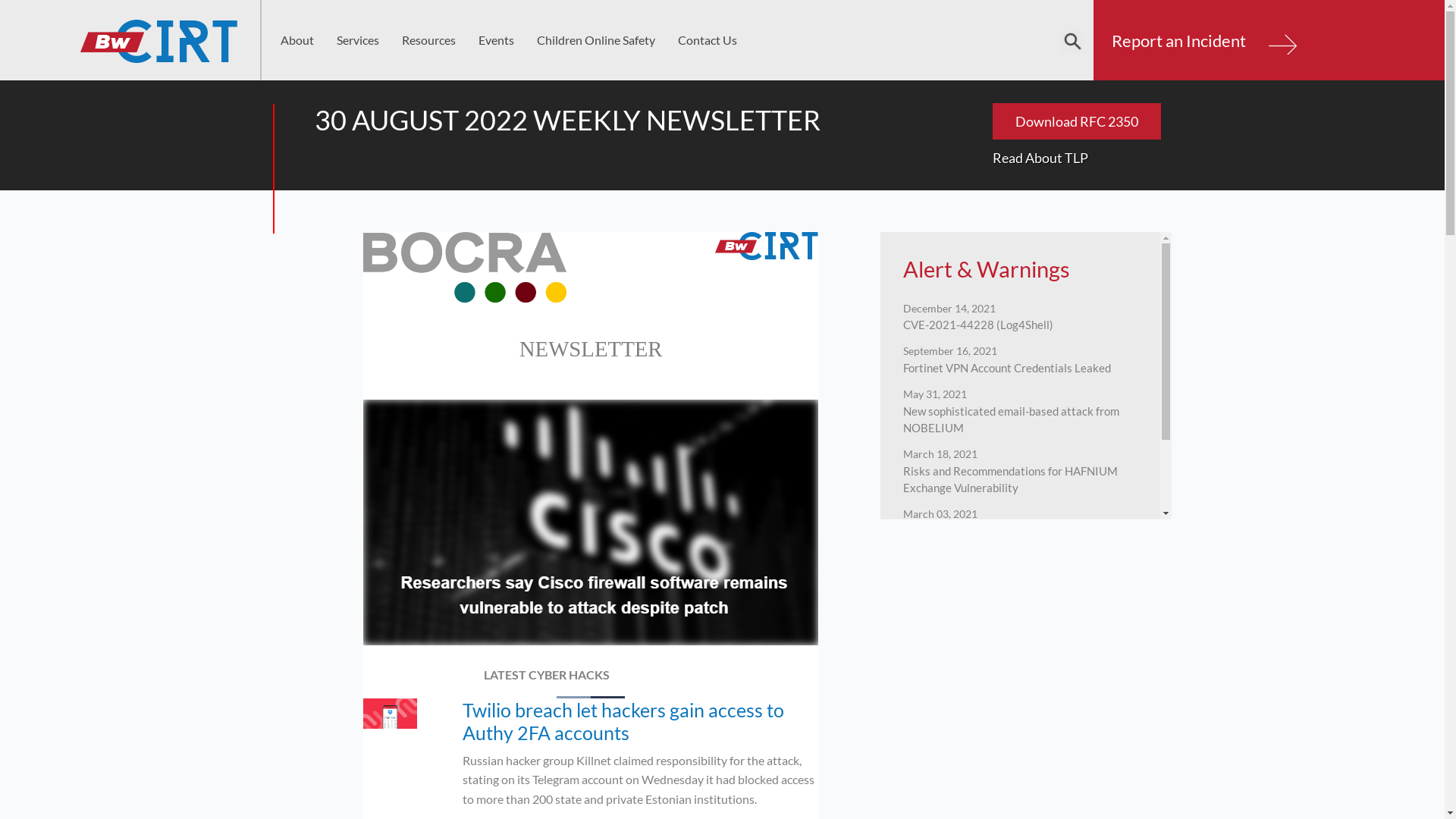  What do you see at coordinates (1075, 120) in the screenshot?
I see `'Download RFC 2350'` at bounding box center [1075, 120].